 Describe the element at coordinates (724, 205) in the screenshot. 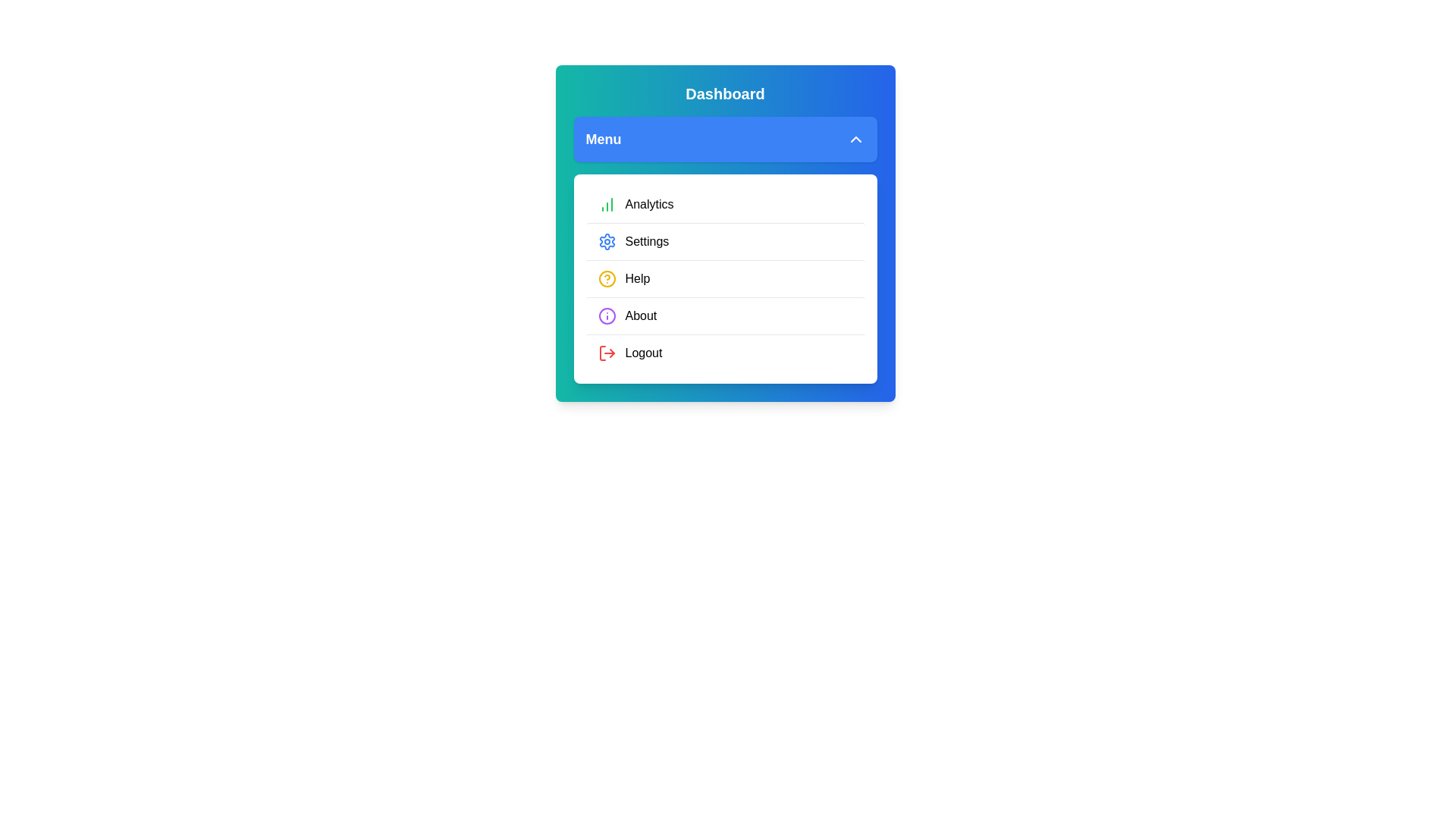

I see `the first menu item in the dropdown menu under the 'Menu' section` at that location.